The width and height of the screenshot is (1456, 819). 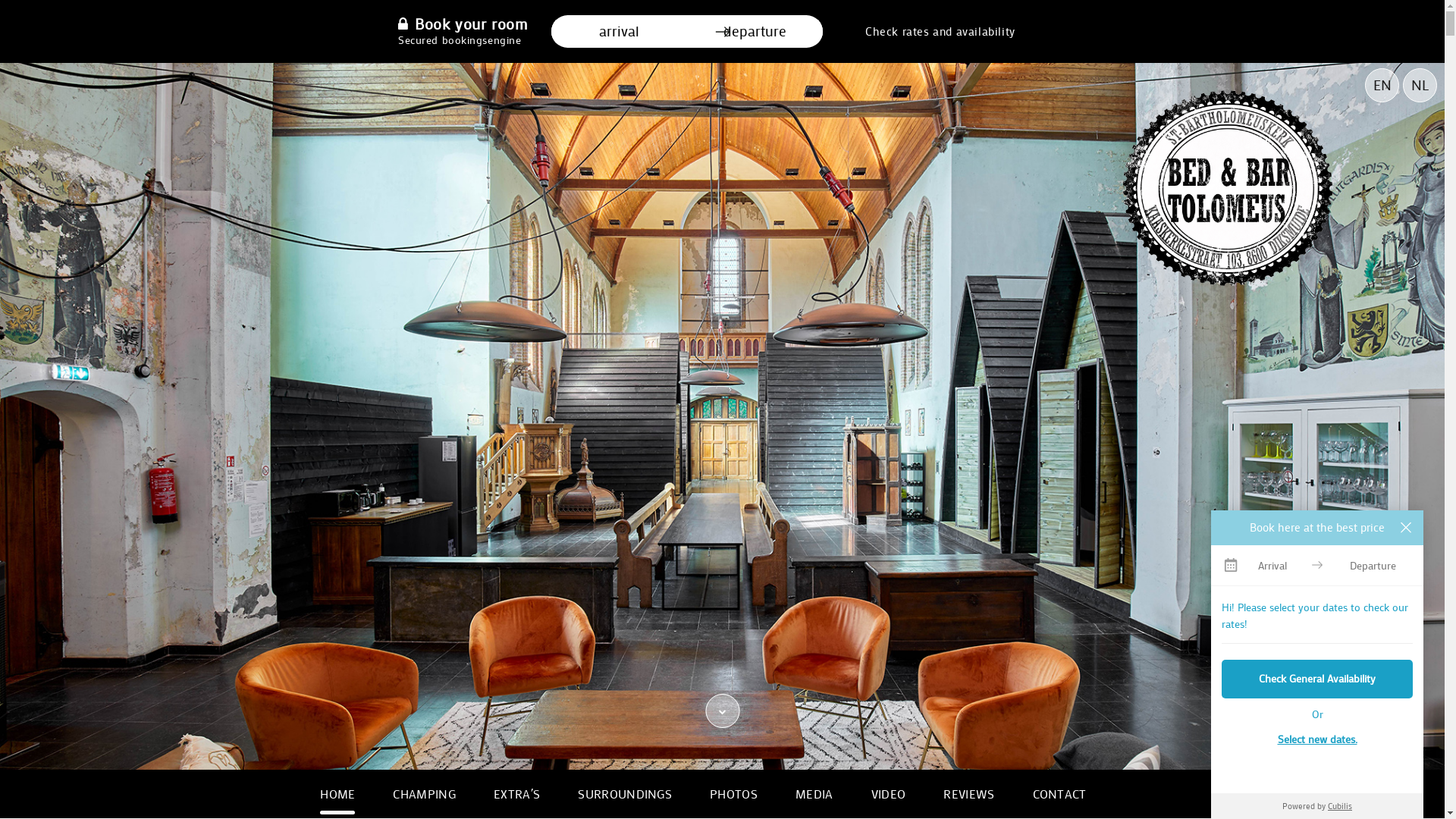 I want to click on 'NL', so click(x=1401, y=85).